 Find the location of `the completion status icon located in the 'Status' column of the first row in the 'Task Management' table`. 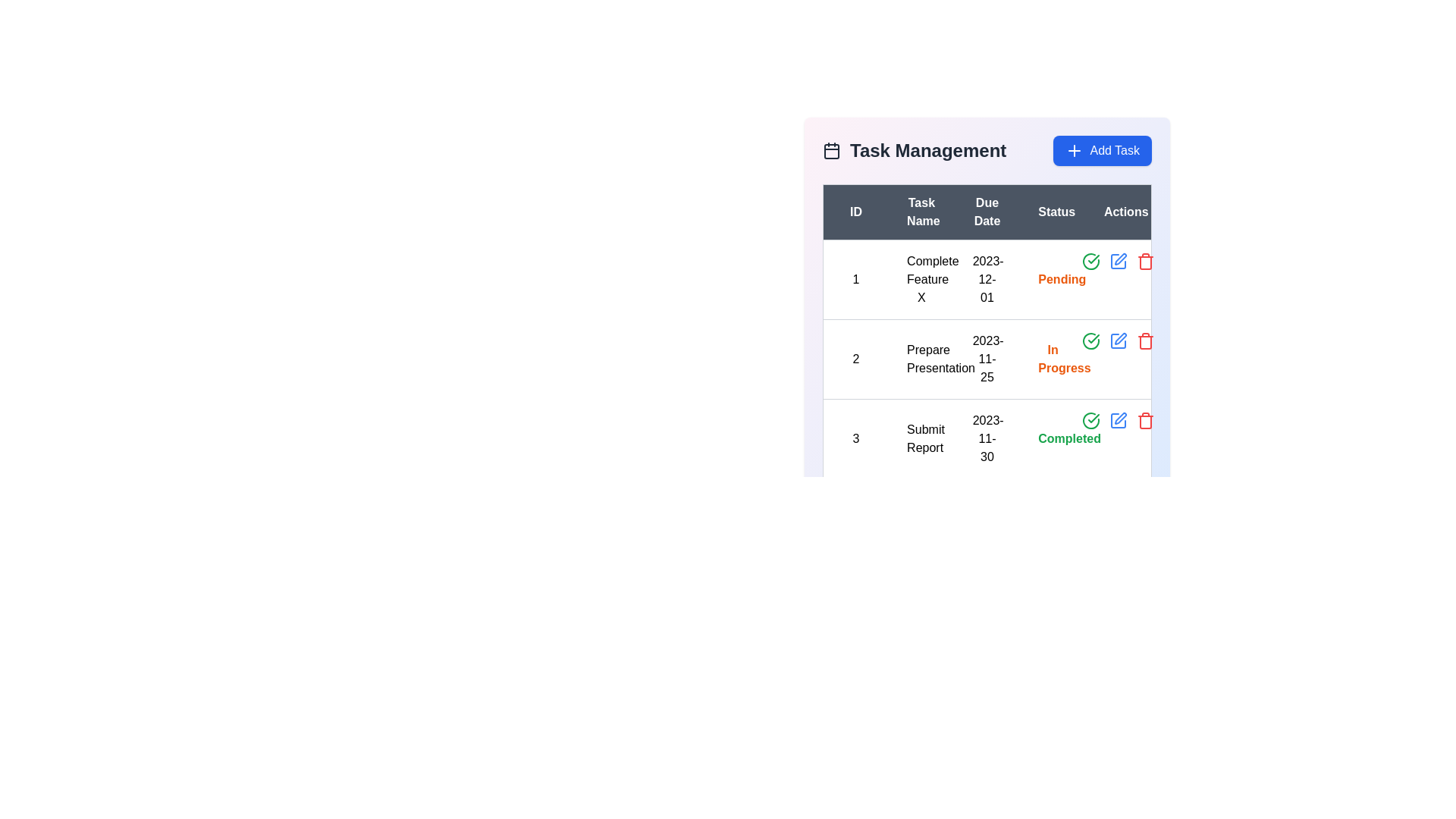

the completion status icon located in the 'Status' column of the first row in the 'Task Management' table is located at coordinates (1090, 260).